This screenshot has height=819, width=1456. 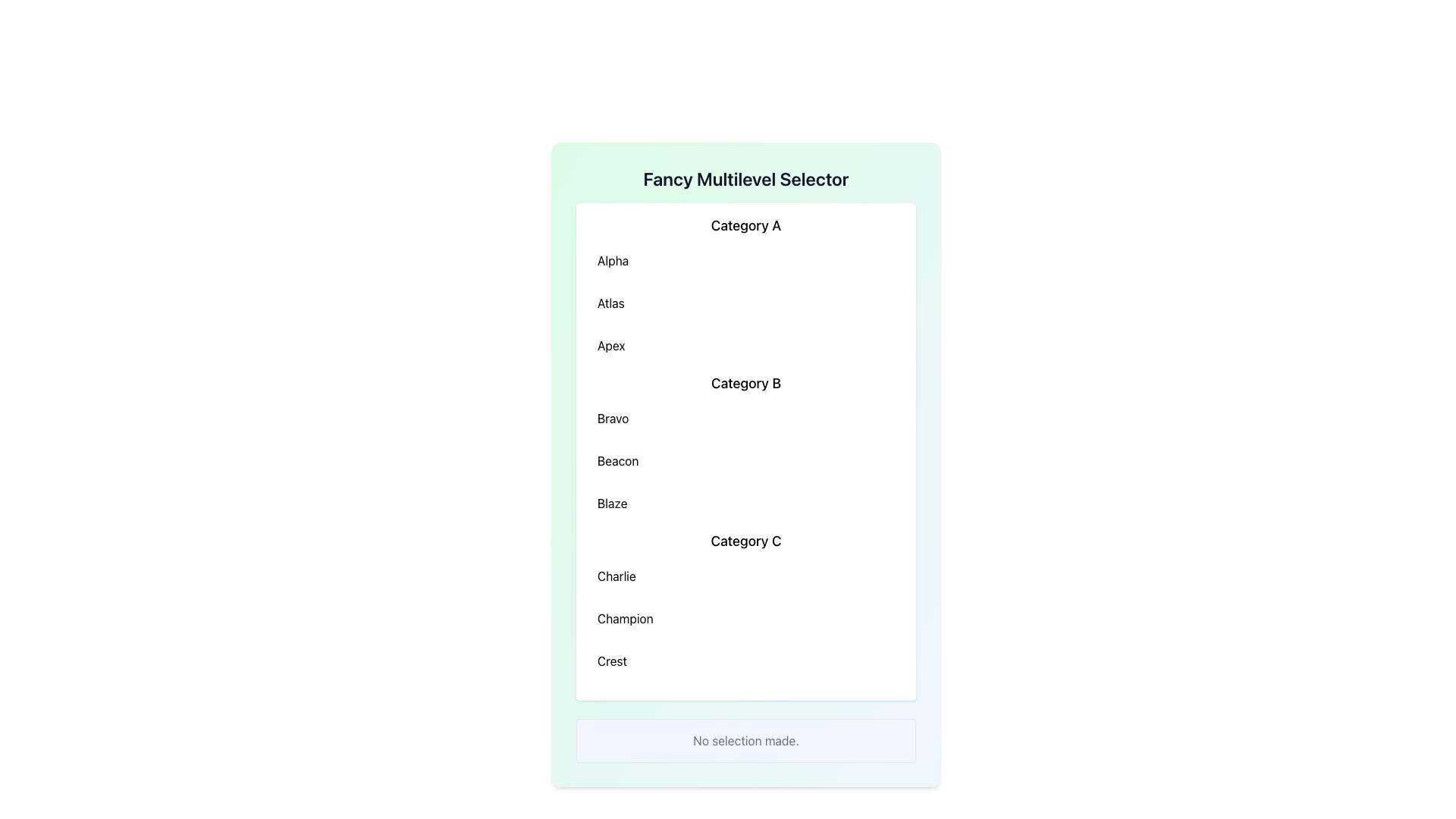 What do you see at coordinates (617, 576) in the screenshot?
I see `the label displaying the name 'Charlie', which is the first item under the 'Category C' heading in the structured list` at bounding box center [617, 576].